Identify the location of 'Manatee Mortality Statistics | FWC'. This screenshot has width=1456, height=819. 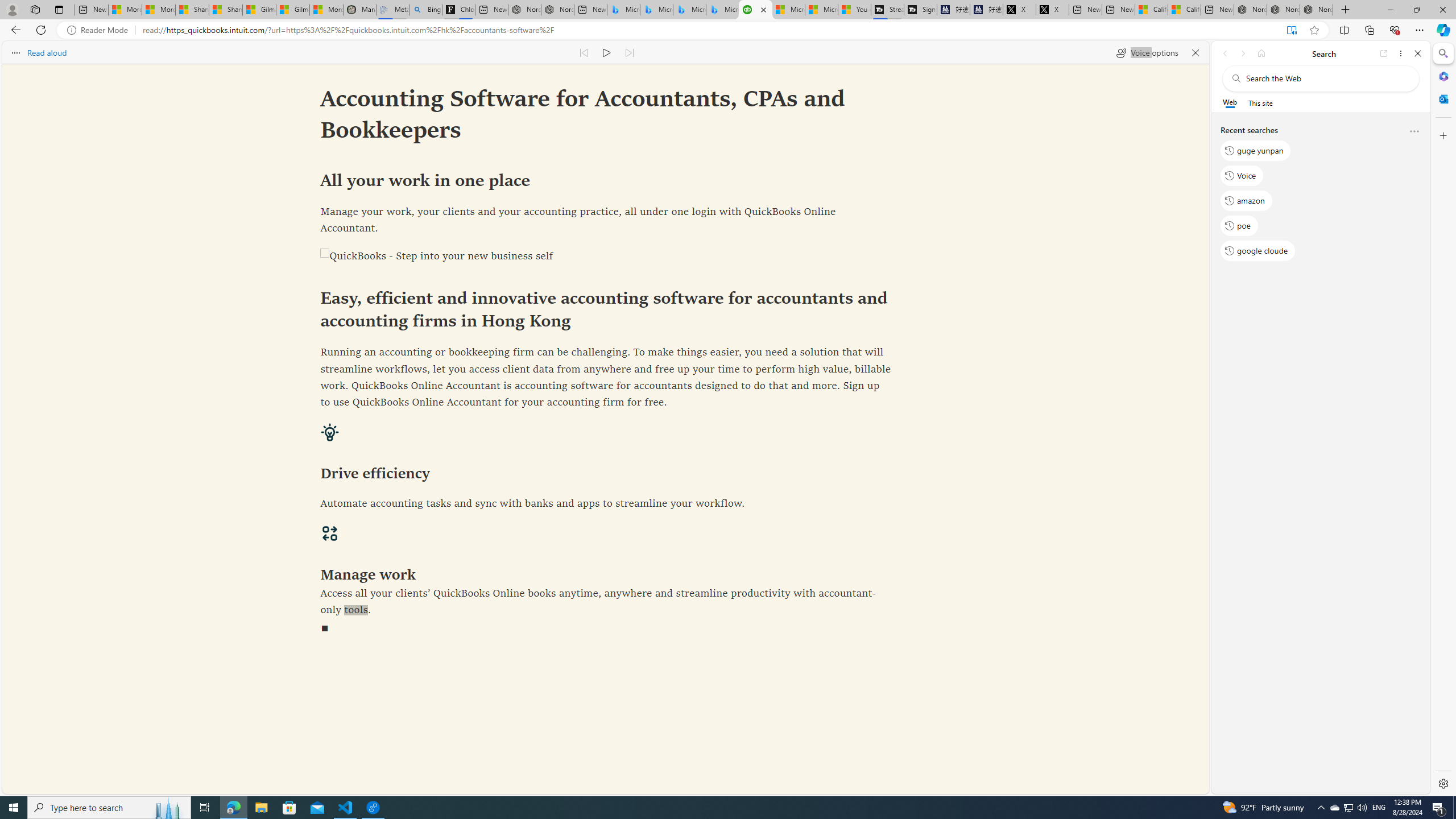
(359, 9).